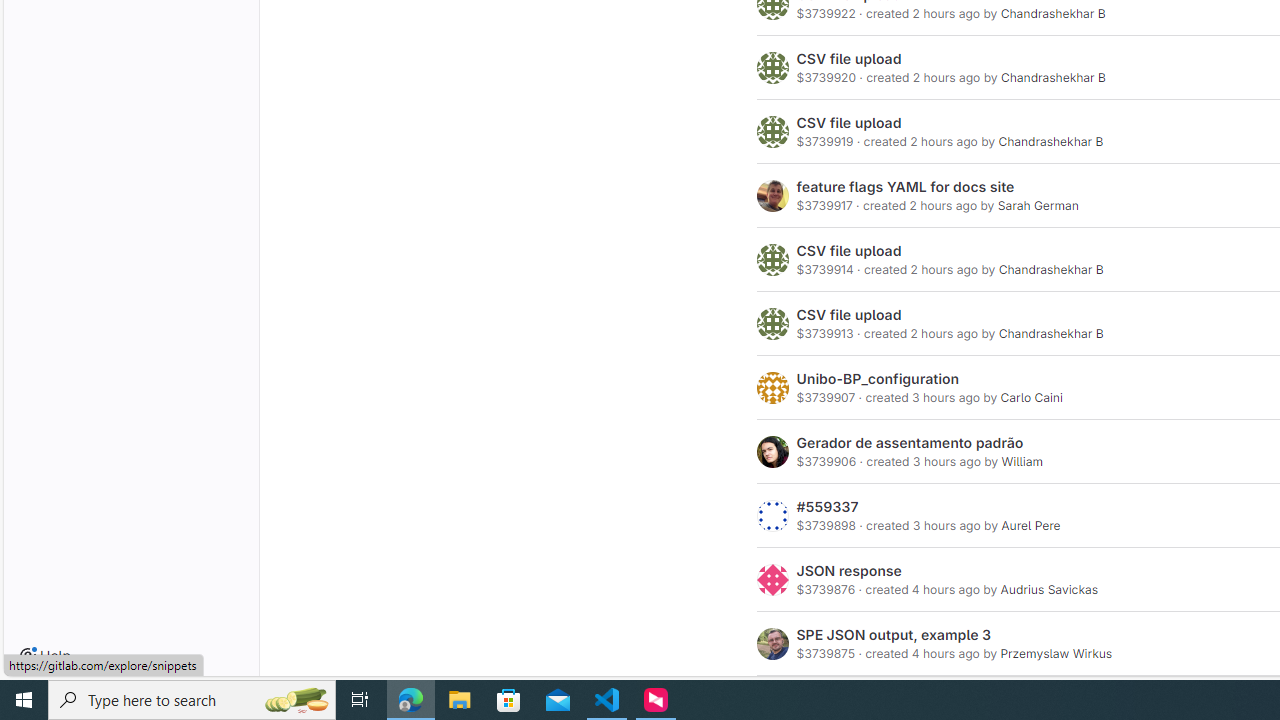  I want to click on 'William', so click(1022, 462).